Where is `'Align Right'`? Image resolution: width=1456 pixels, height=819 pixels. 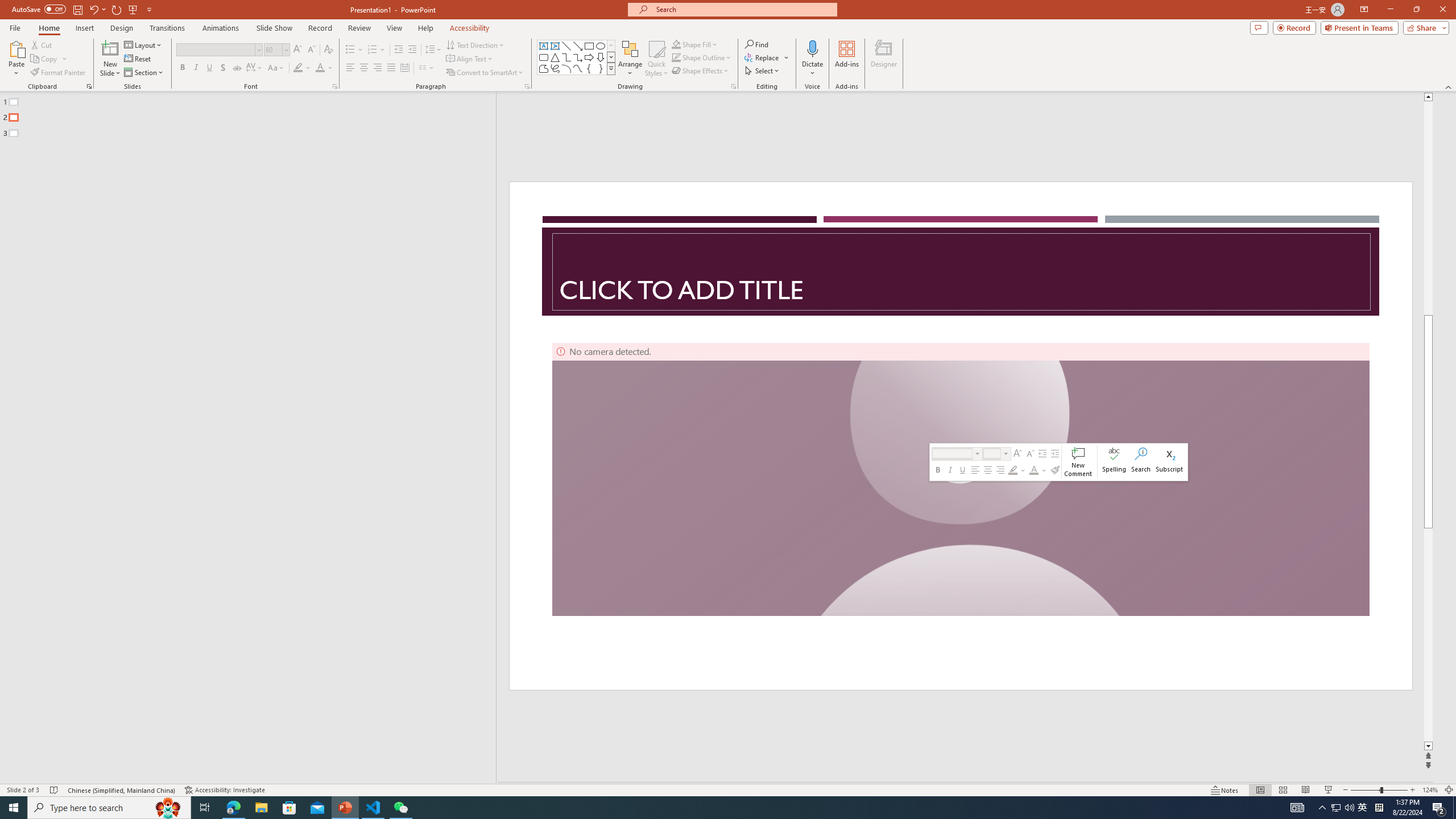 'Align Right' is located at coordinates (378, 67).